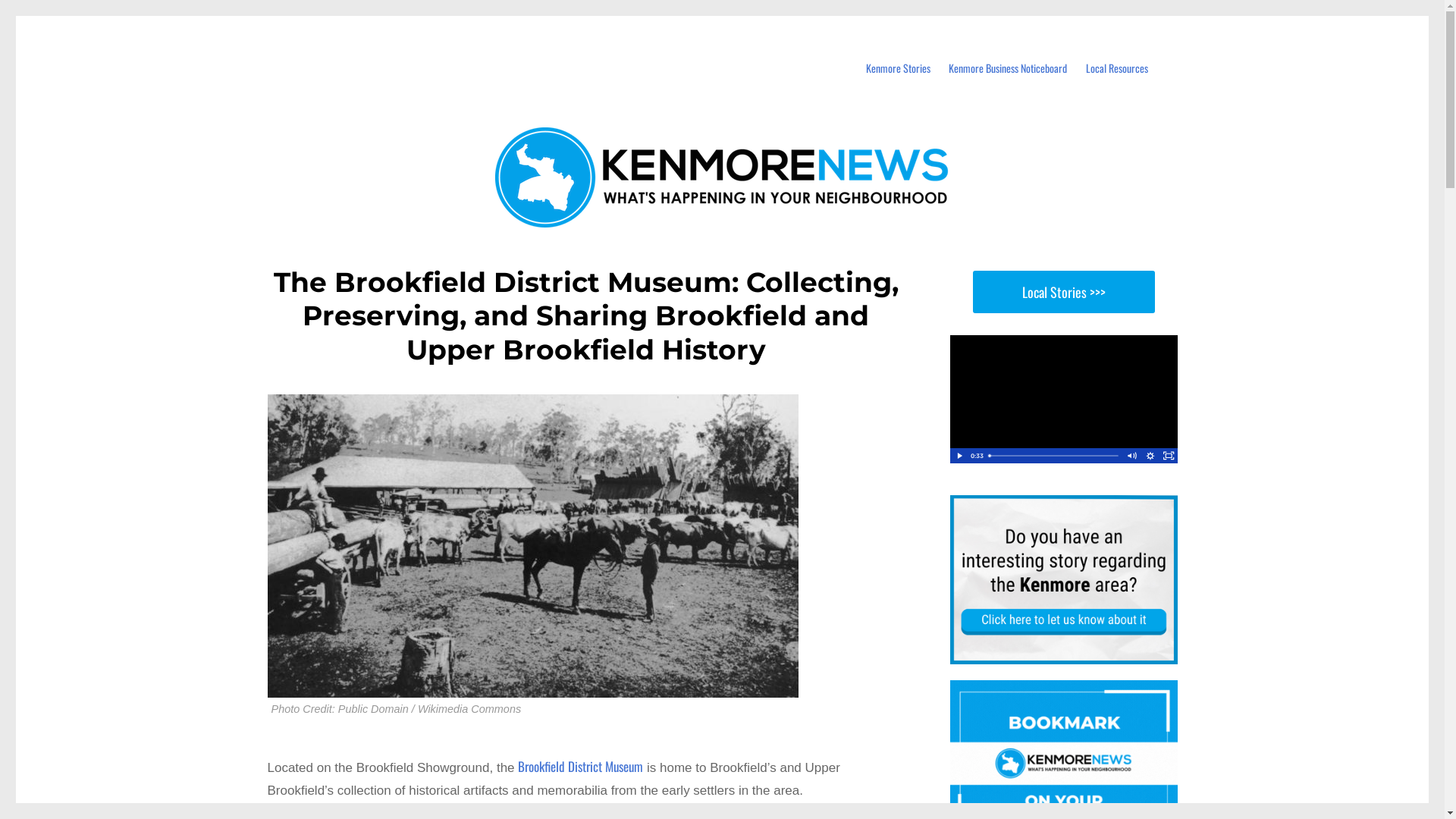  Describe the element at coordinates (1167, 455) in the screenshot. I see `'Fullscreen'` at that location.